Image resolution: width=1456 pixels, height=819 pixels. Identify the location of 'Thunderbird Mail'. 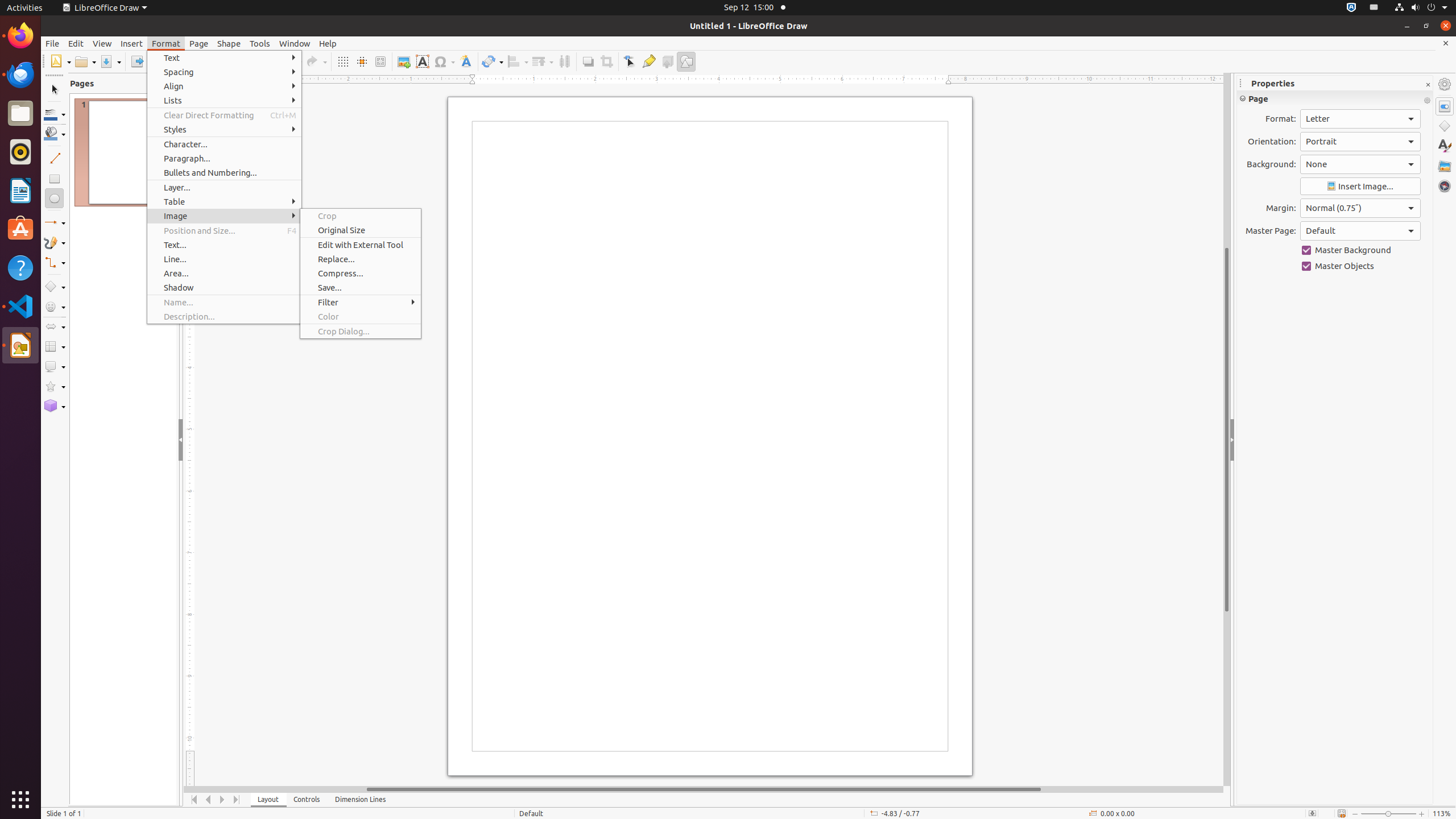
(20, 74).